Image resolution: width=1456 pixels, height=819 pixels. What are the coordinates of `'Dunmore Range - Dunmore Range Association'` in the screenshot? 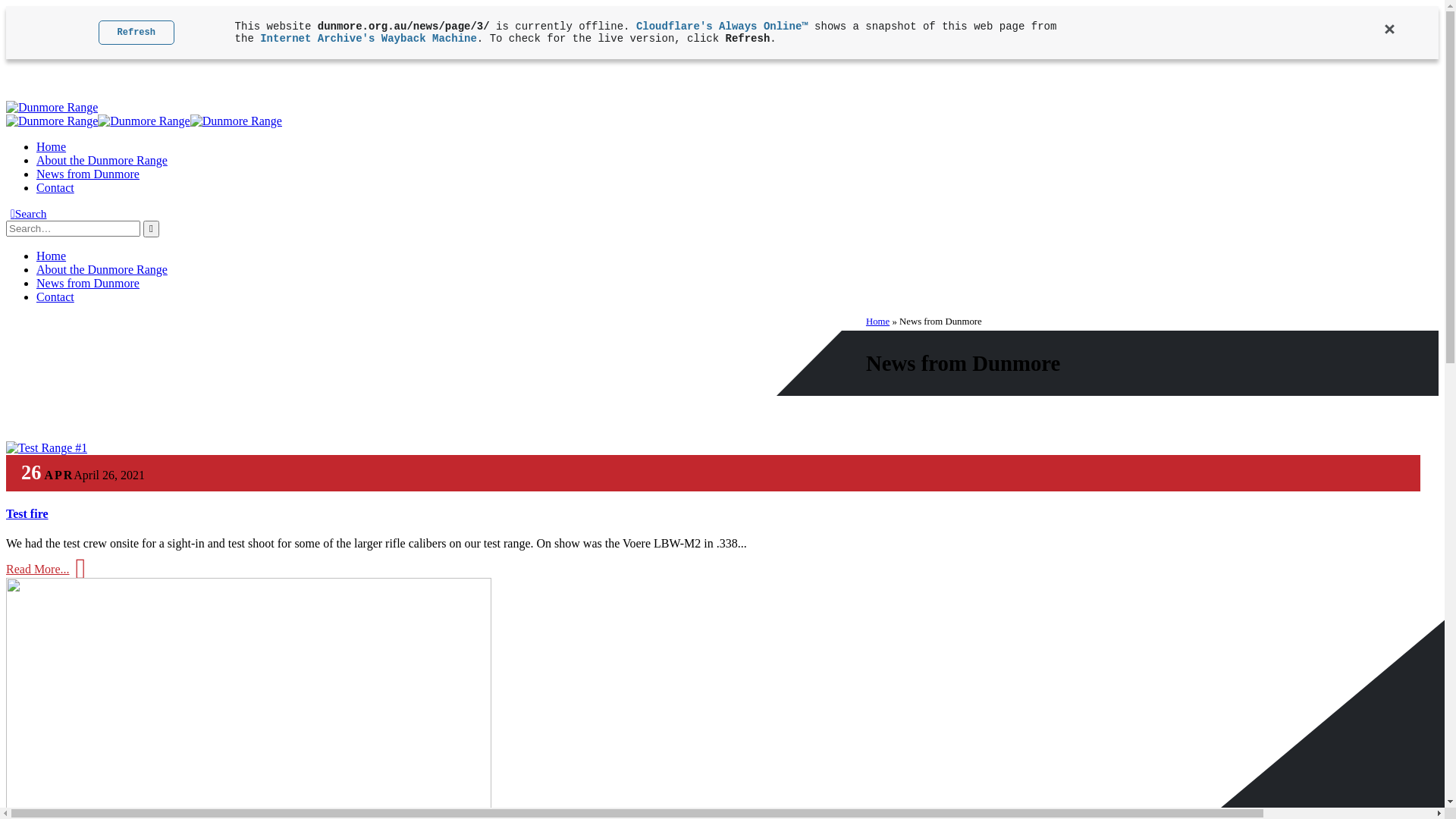 It's located at (52, 106).